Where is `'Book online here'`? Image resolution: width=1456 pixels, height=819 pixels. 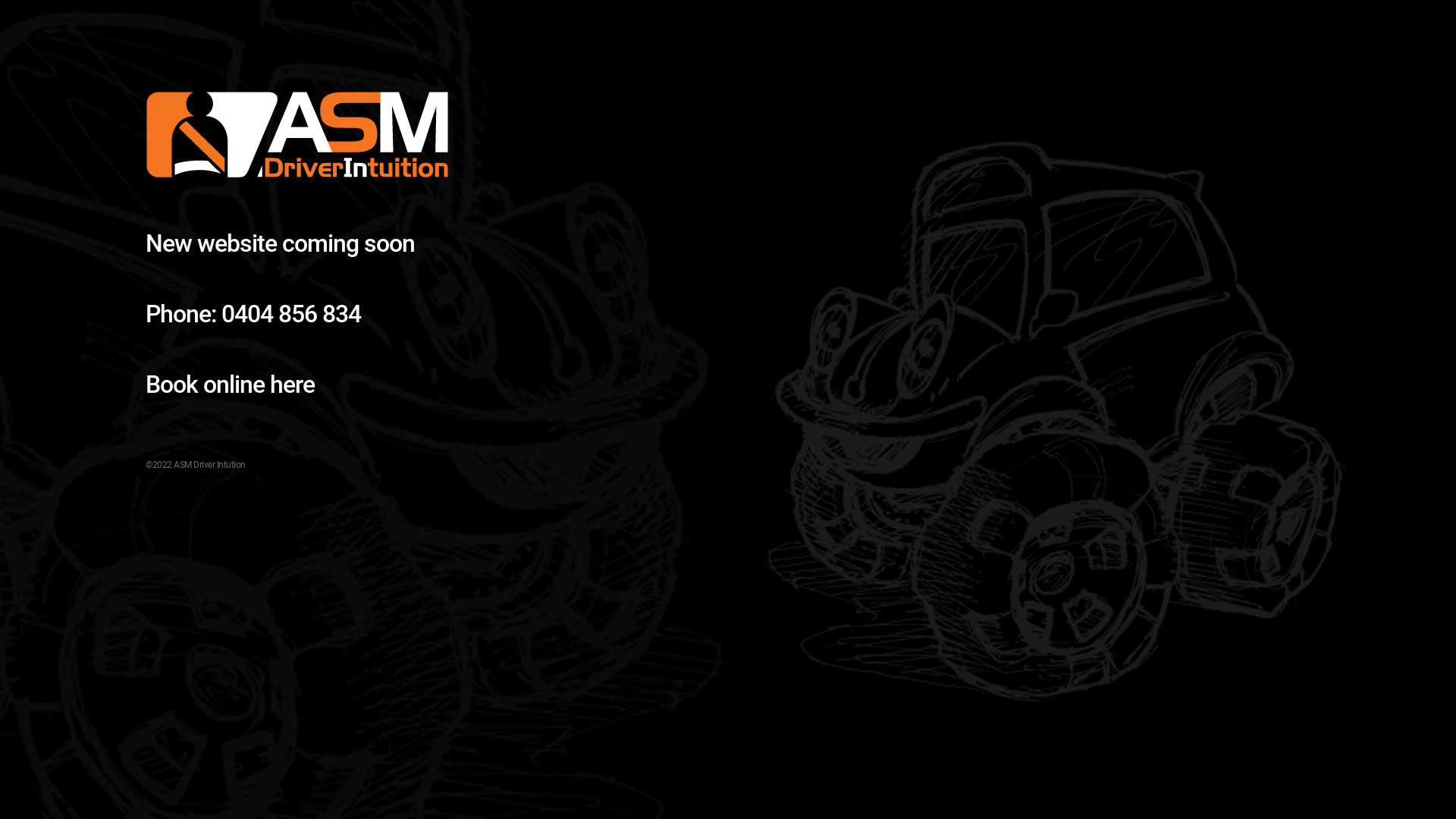 'Book online here' is located at coordinates (229, 384).